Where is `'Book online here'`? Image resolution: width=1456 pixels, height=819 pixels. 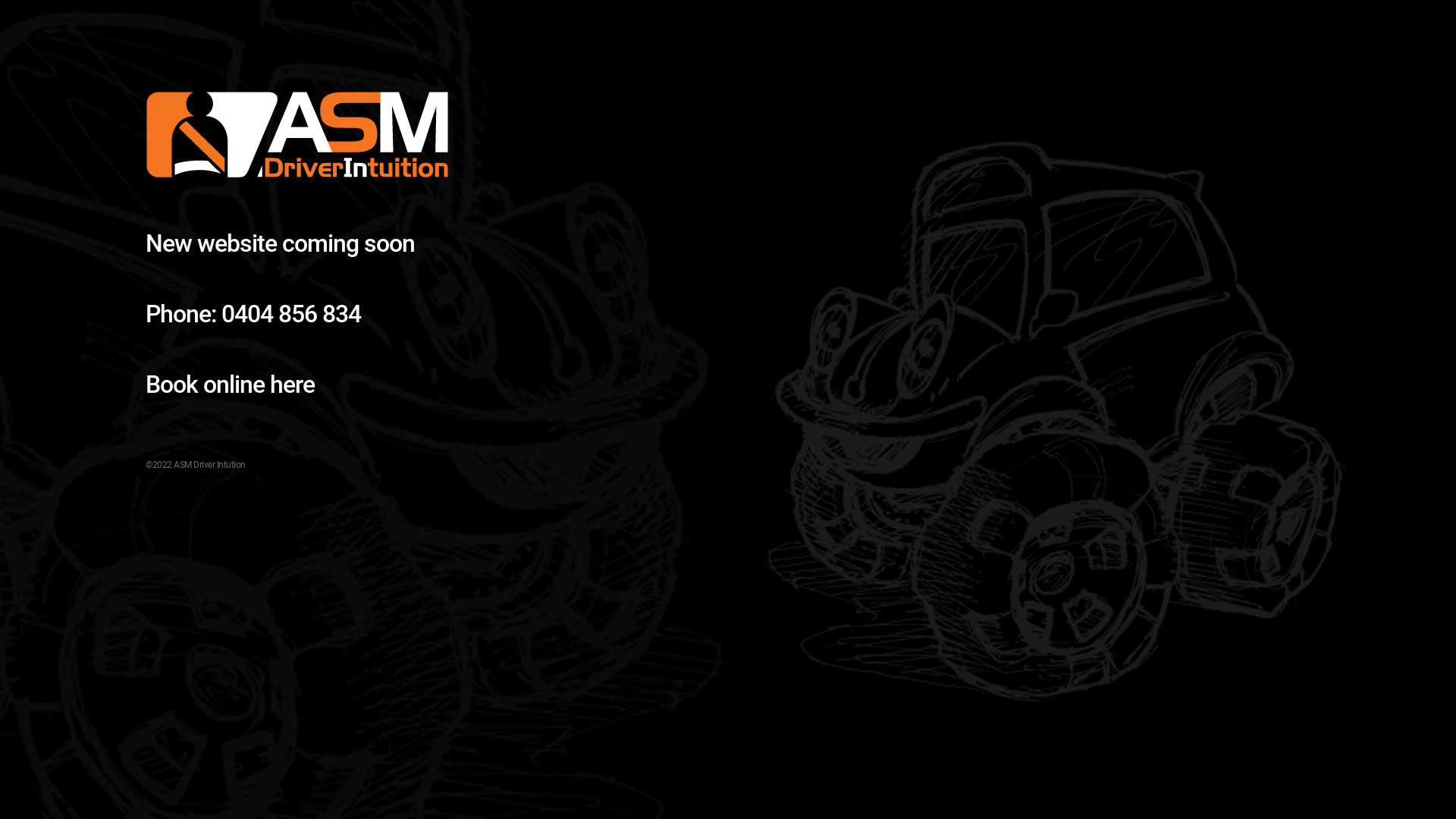 'Book online here' is located at coordinates (229, 384).